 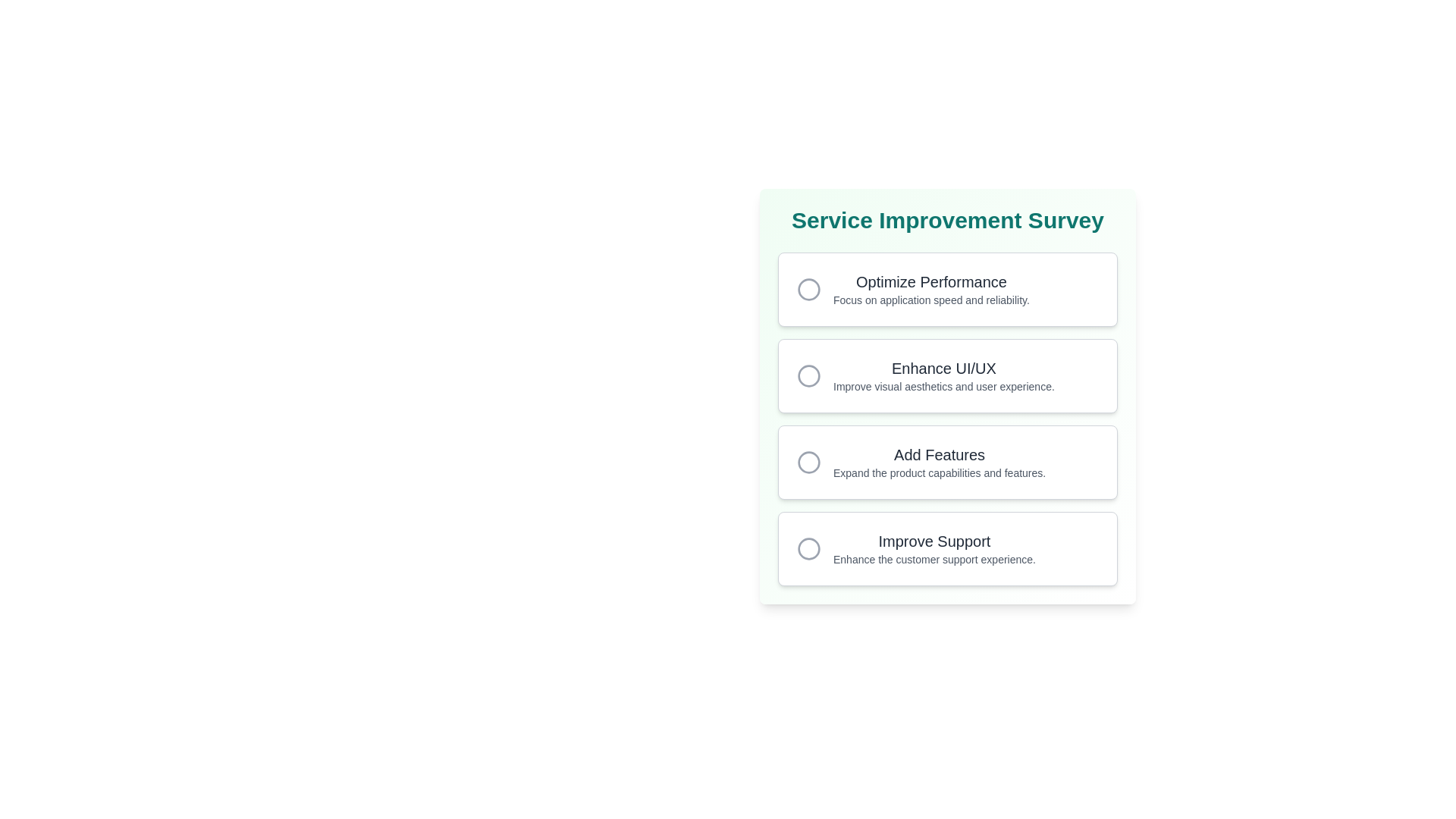 I want to click on displayed text of the second option in the survey, which is located directly beneath 'Optimize Performance' and above 'Add Features', in a vertical list of four cards, so click(x=943, y=375).